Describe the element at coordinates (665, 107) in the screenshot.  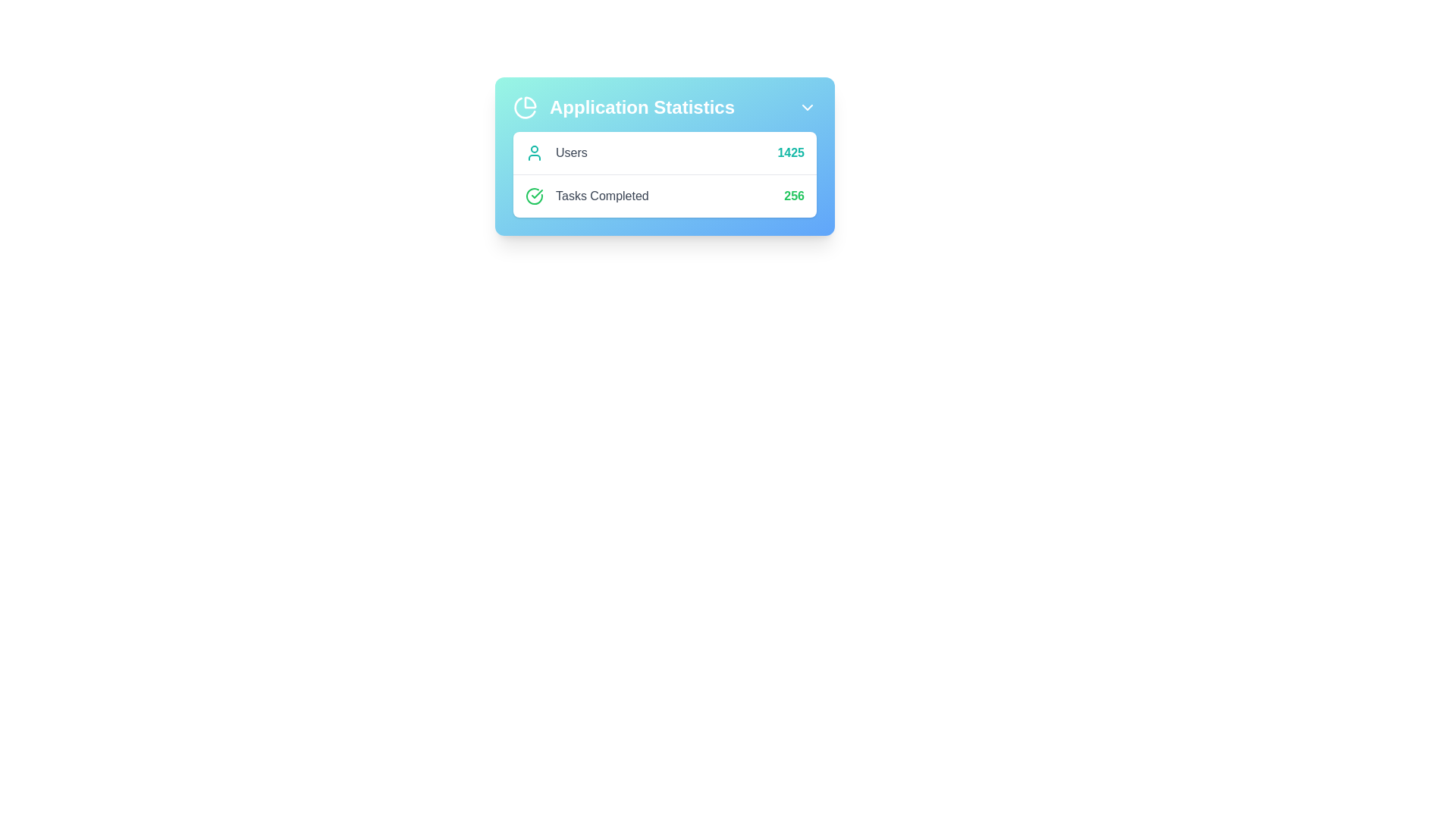
I see `the 'Application Statistics' header section which features a gradient background and includes a white pie chart icon on the left and a downward-pointing arrow icon on the right` at that location.